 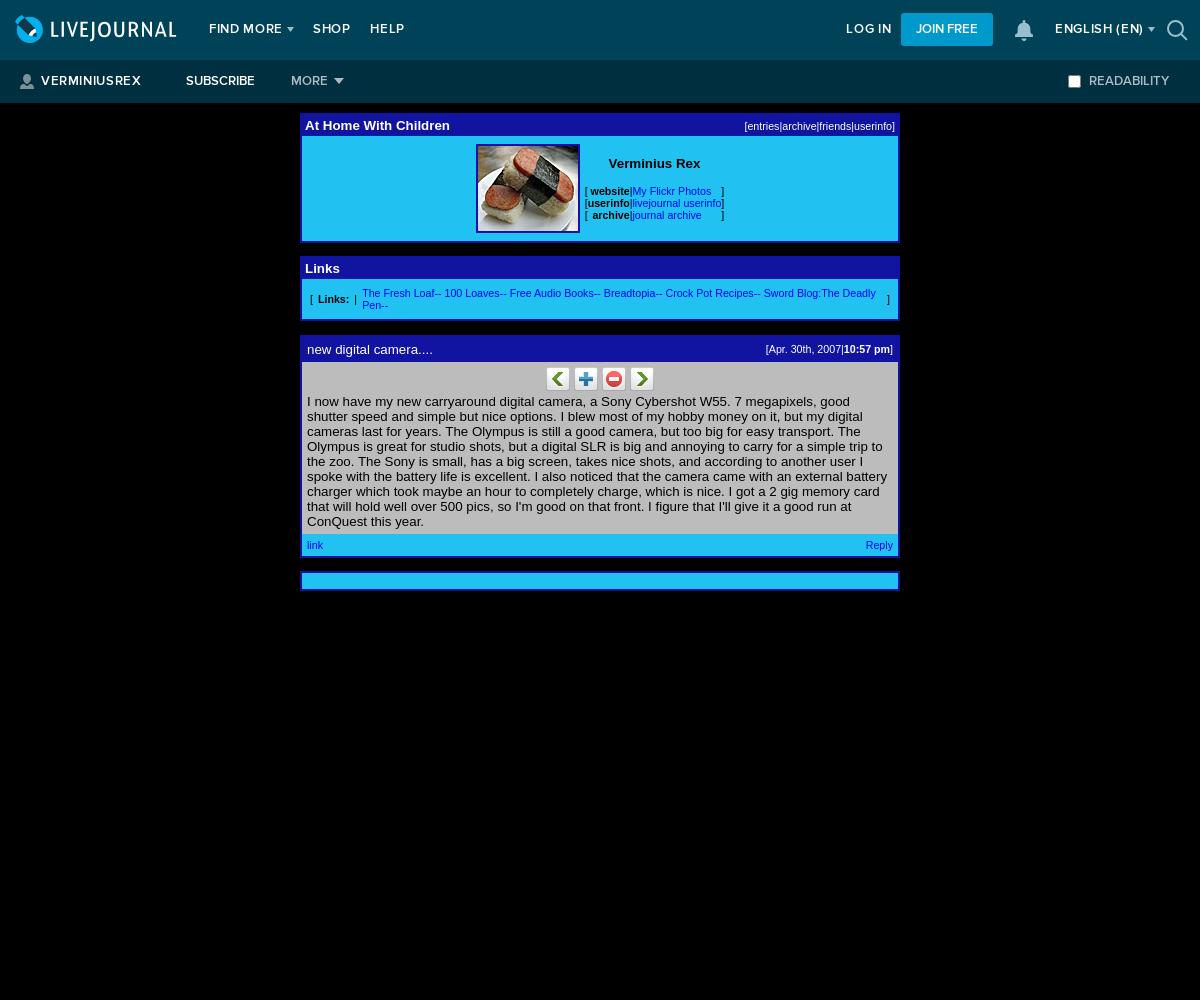 I want to click on 'journal archive', so click(x=666, y=213).